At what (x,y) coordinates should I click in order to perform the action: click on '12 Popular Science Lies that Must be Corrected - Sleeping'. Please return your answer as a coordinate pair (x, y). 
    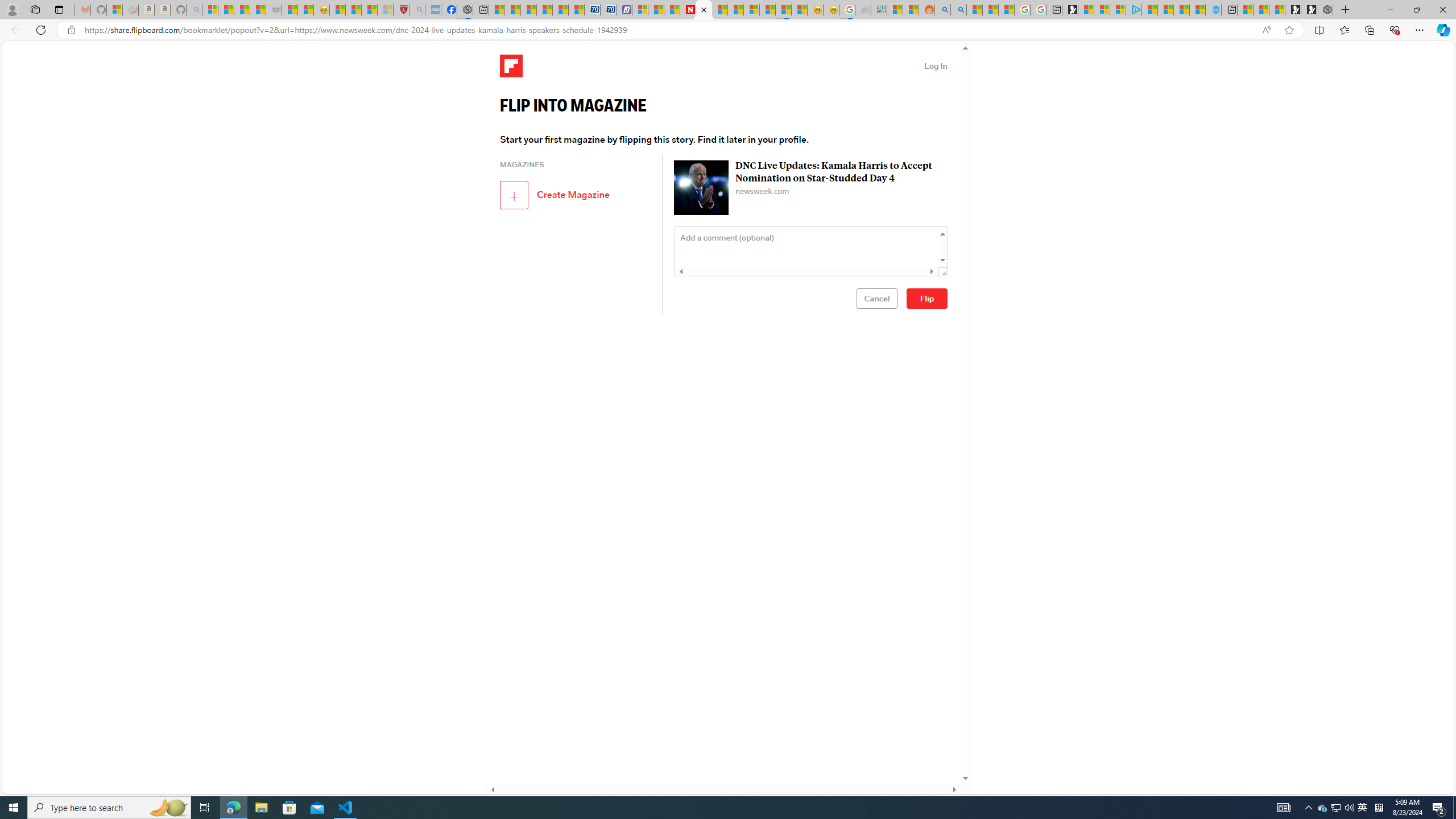
    Looking at the image, I should click on (384, 9).